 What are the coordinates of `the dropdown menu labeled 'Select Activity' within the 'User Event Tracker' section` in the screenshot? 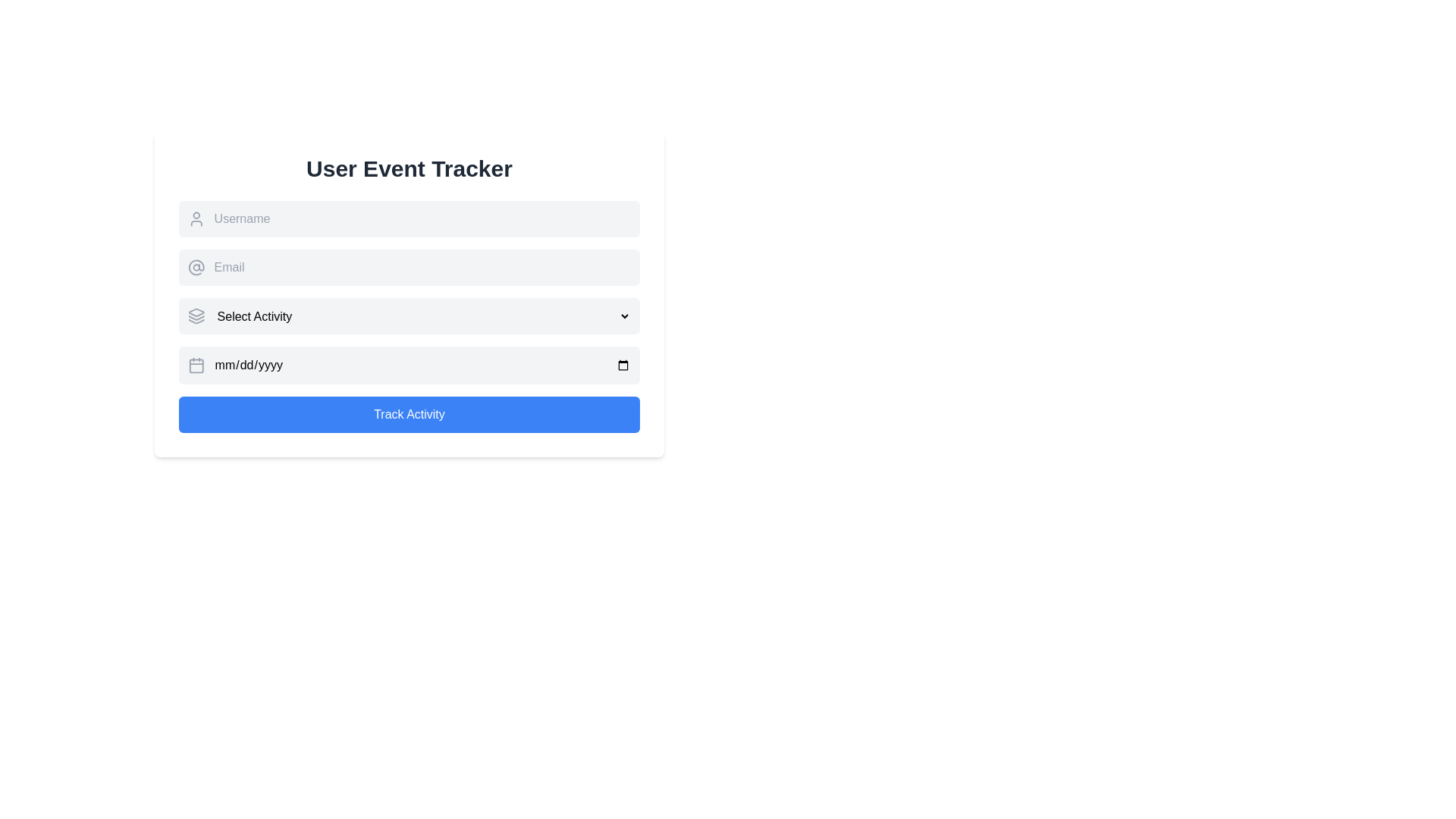 It's located at (409, 315).